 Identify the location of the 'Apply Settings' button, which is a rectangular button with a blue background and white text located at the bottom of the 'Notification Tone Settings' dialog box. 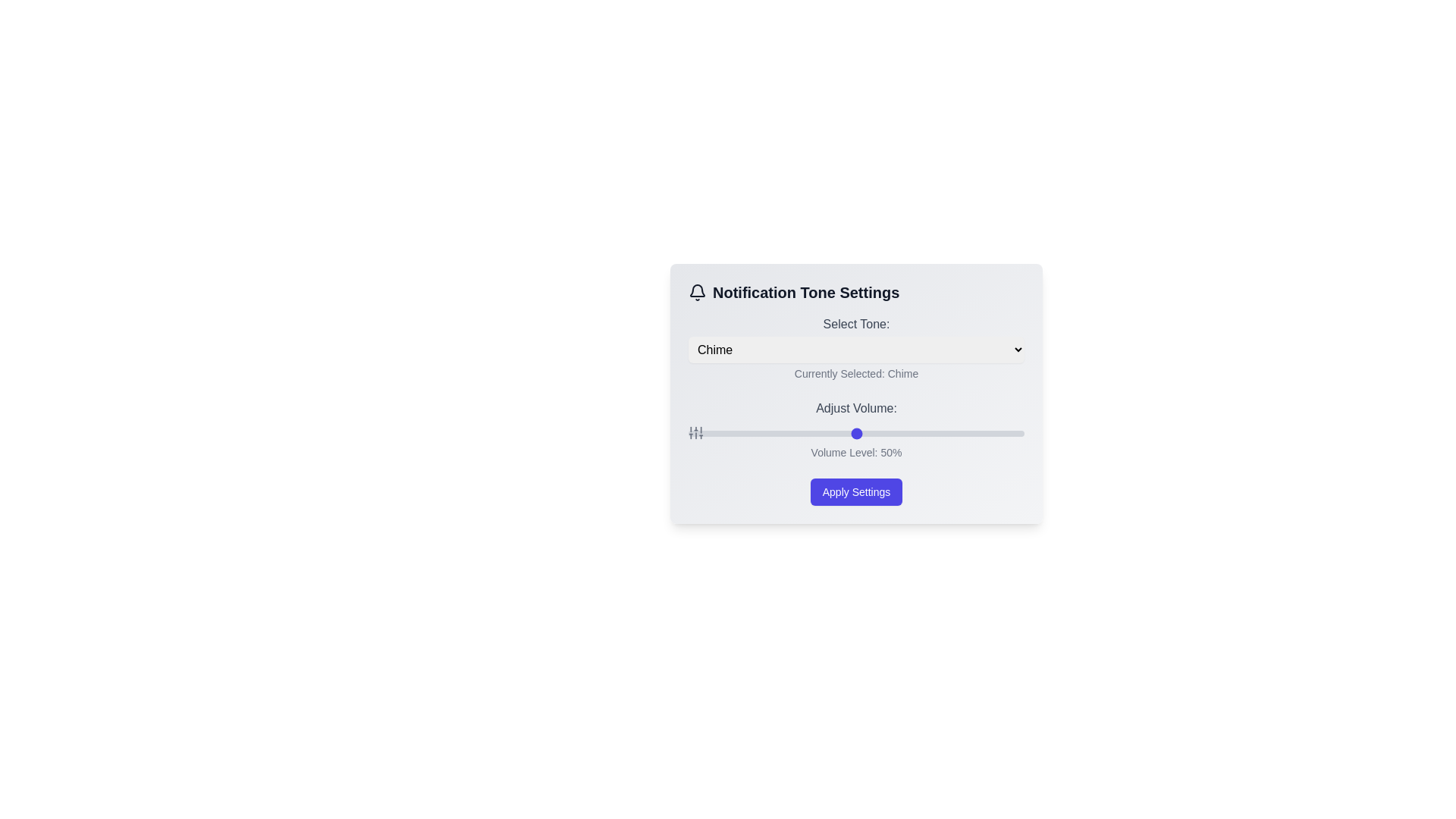
(856, 491).